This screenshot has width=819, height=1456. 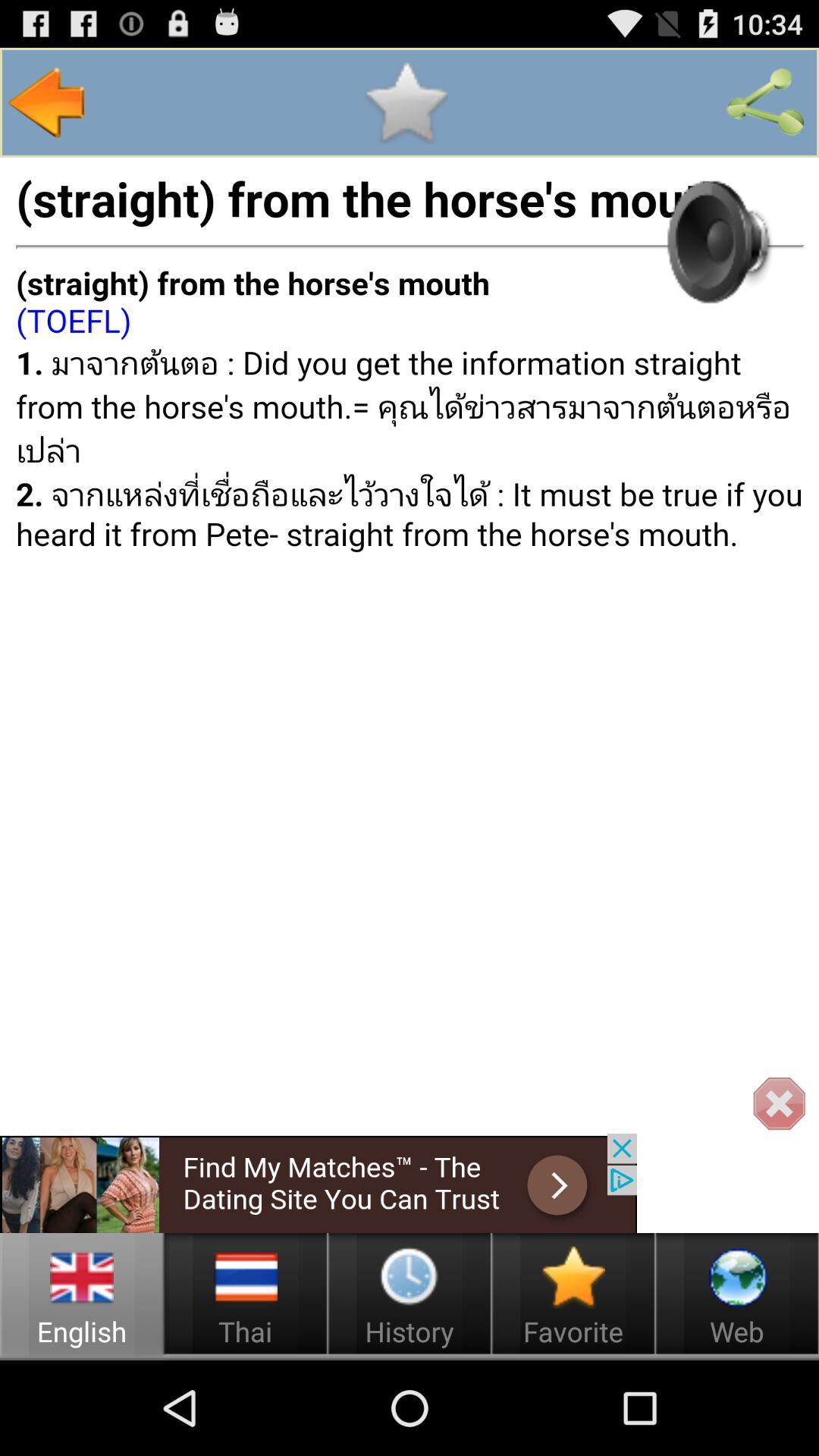 I want to click on hear audio, so click(x=715, y=240).